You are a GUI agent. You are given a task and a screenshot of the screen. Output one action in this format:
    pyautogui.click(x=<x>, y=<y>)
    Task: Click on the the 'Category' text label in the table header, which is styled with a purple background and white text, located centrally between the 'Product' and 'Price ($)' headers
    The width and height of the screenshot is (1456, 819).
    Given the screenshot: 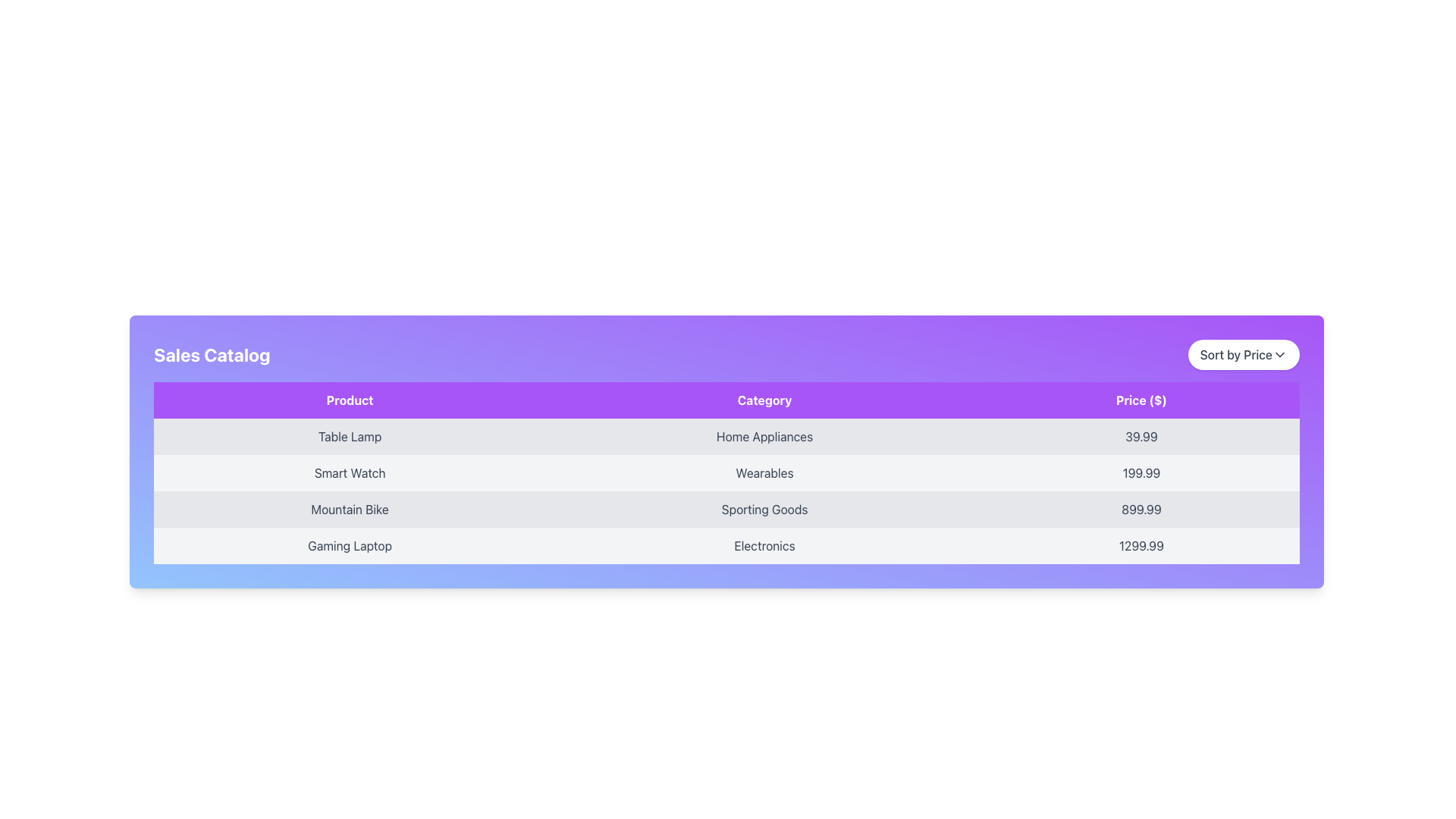 What is the action you would take?
    pyautogui.click(x=764, y=400)
    